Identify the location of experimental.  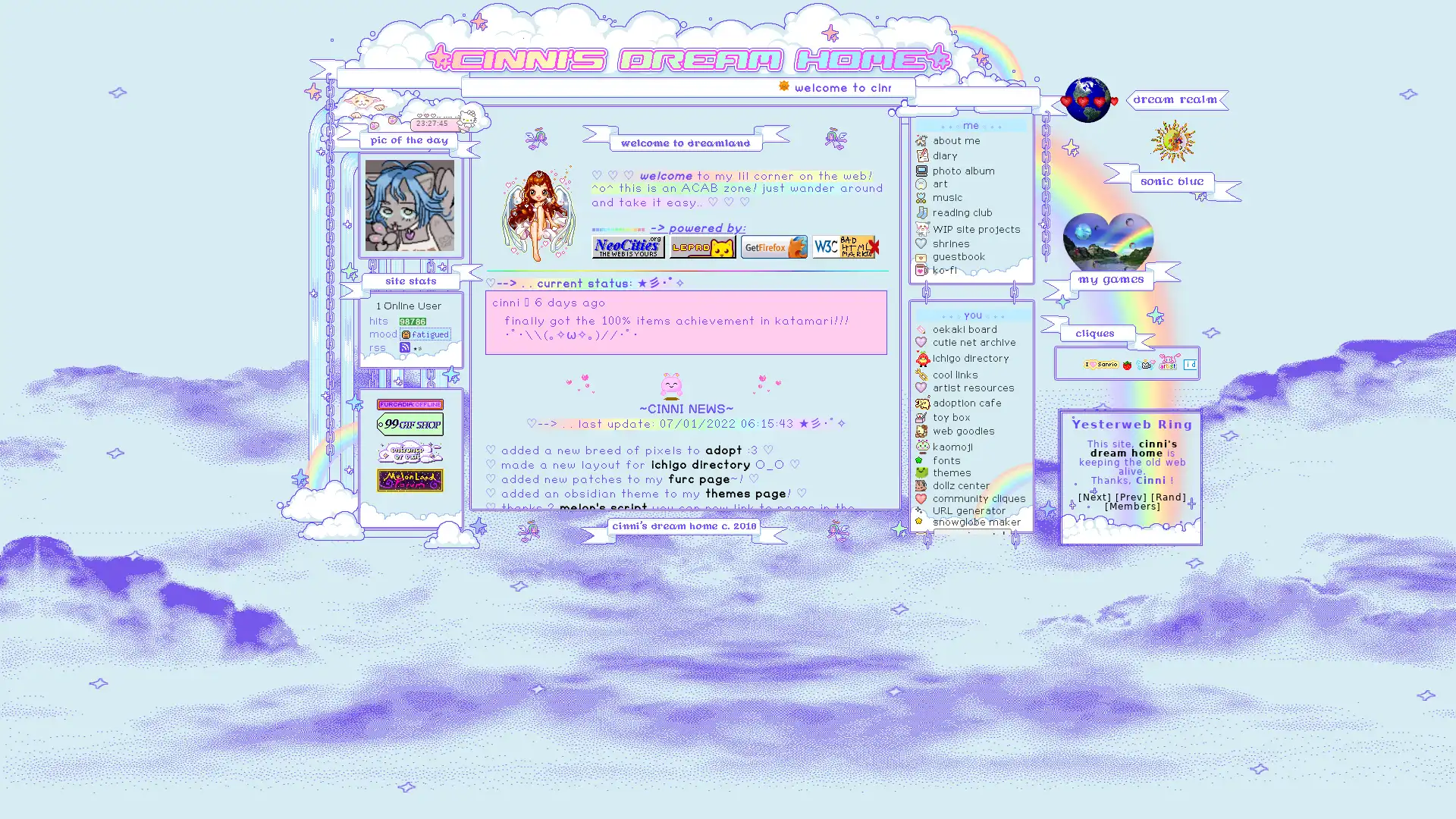
(972, 535).